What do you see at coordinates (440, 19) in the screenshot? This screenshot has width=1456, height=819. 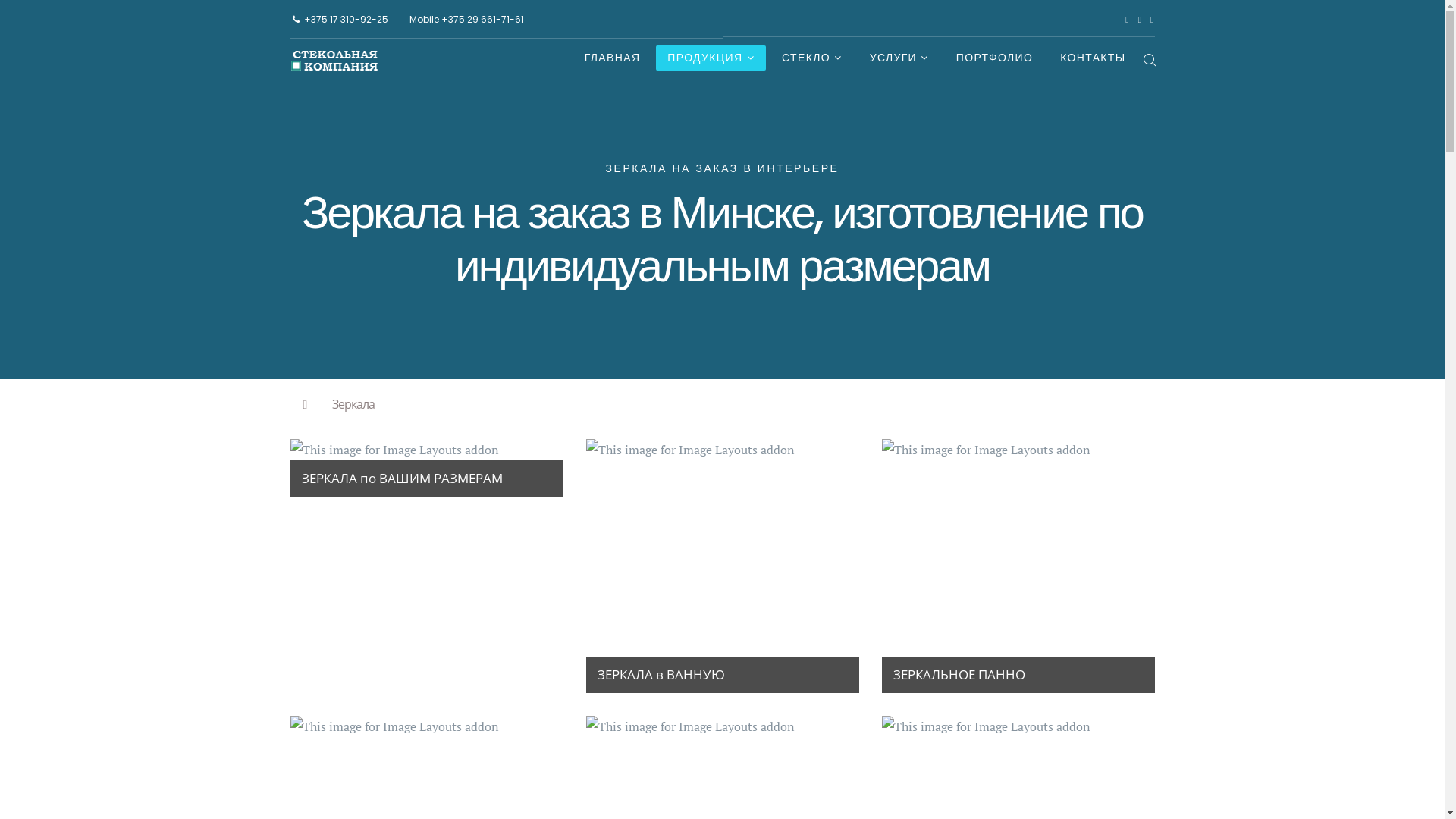 I see `'+375 29 661-71-61'` at bounding box center [440, 19].